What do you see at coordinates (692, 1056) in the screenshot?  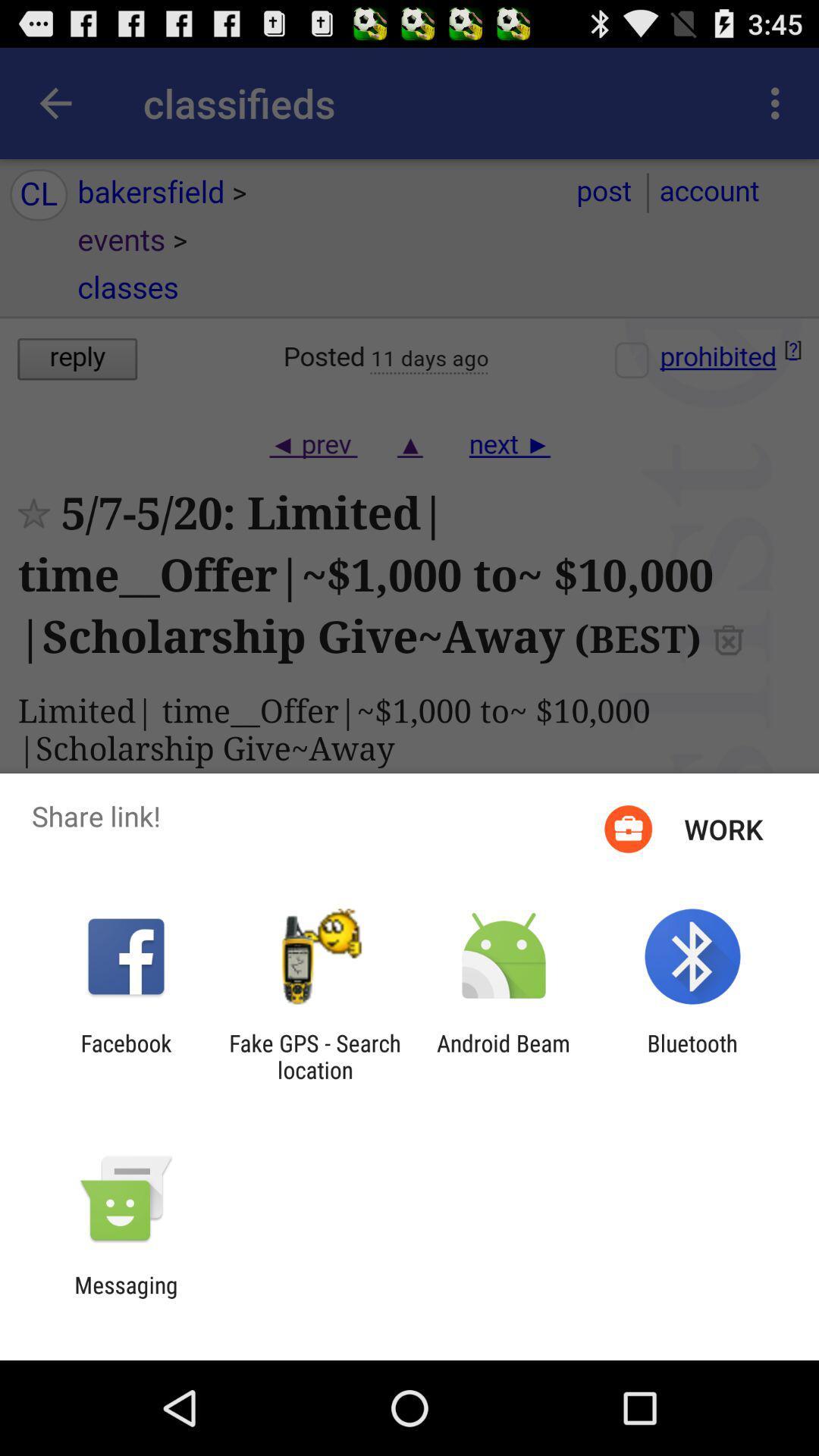 I see `bluetooth app` at bounding box center [692, 1056].